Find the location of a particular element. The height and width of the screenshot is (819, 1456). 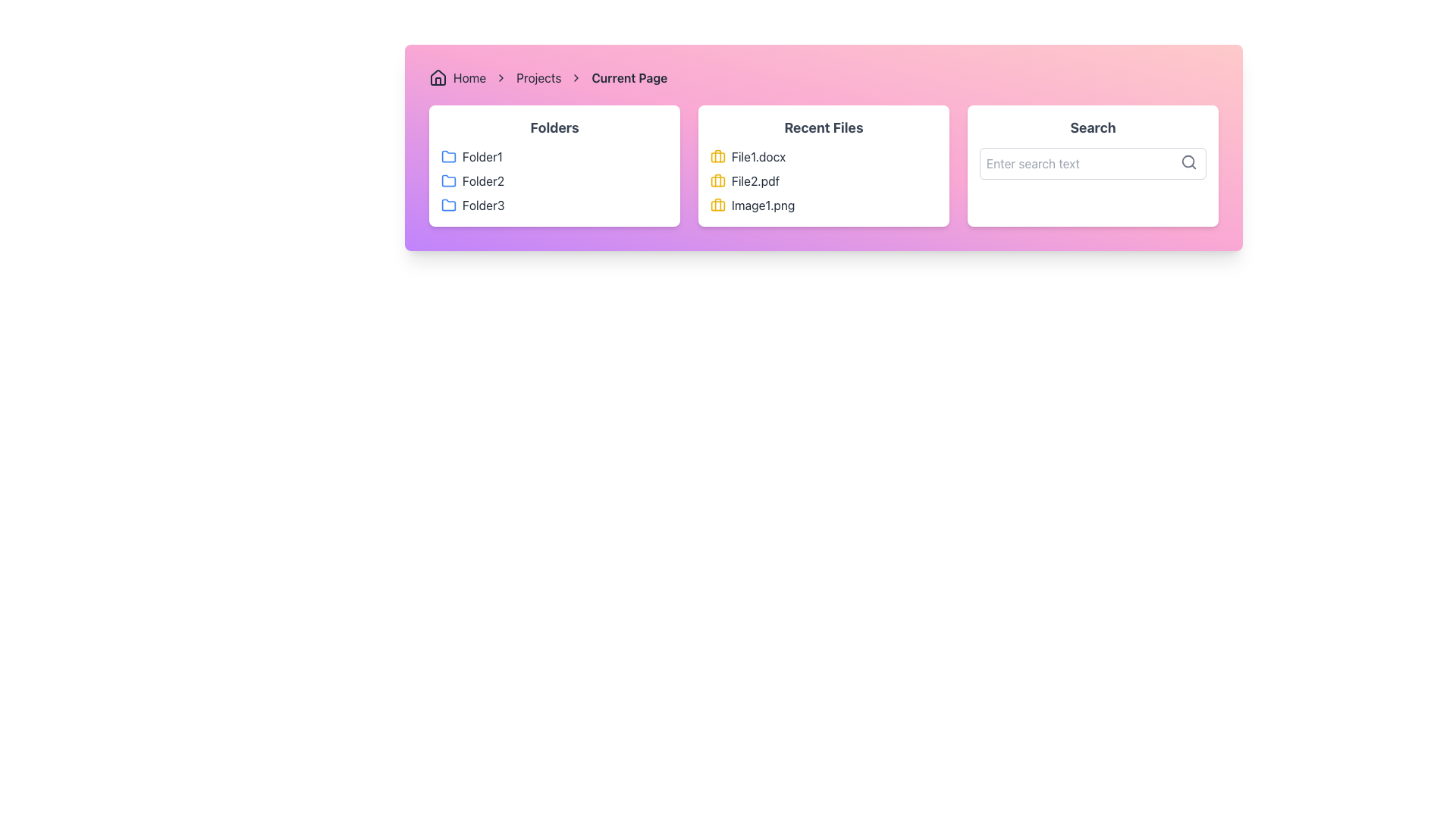

the folder icon located on the left side of the 'Folders' section, adjacent to the label 'Folder1' is located at coordinates (447, 155).